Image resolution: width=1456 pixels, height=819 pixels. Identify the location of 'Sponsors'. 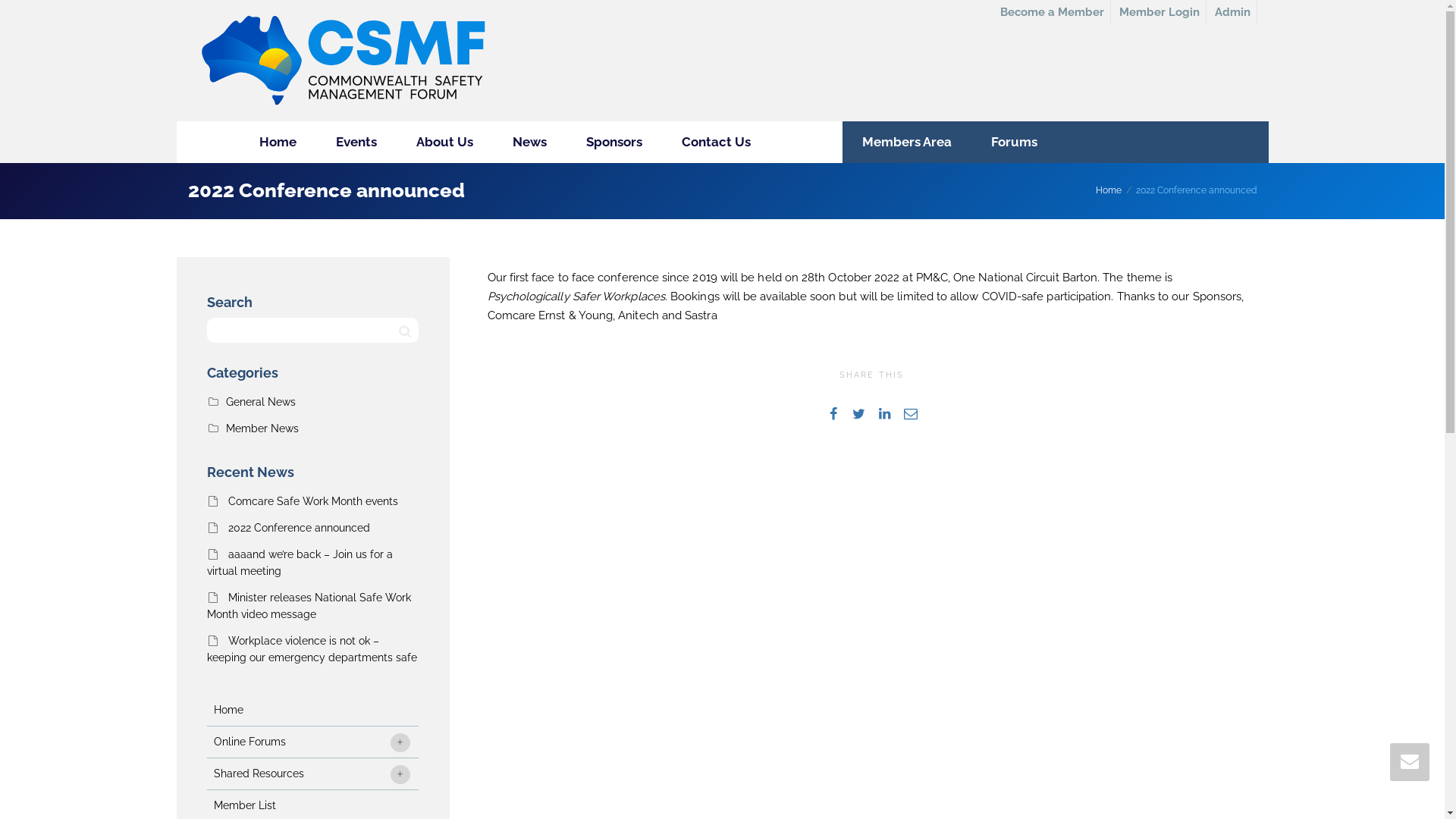
(613, 142).